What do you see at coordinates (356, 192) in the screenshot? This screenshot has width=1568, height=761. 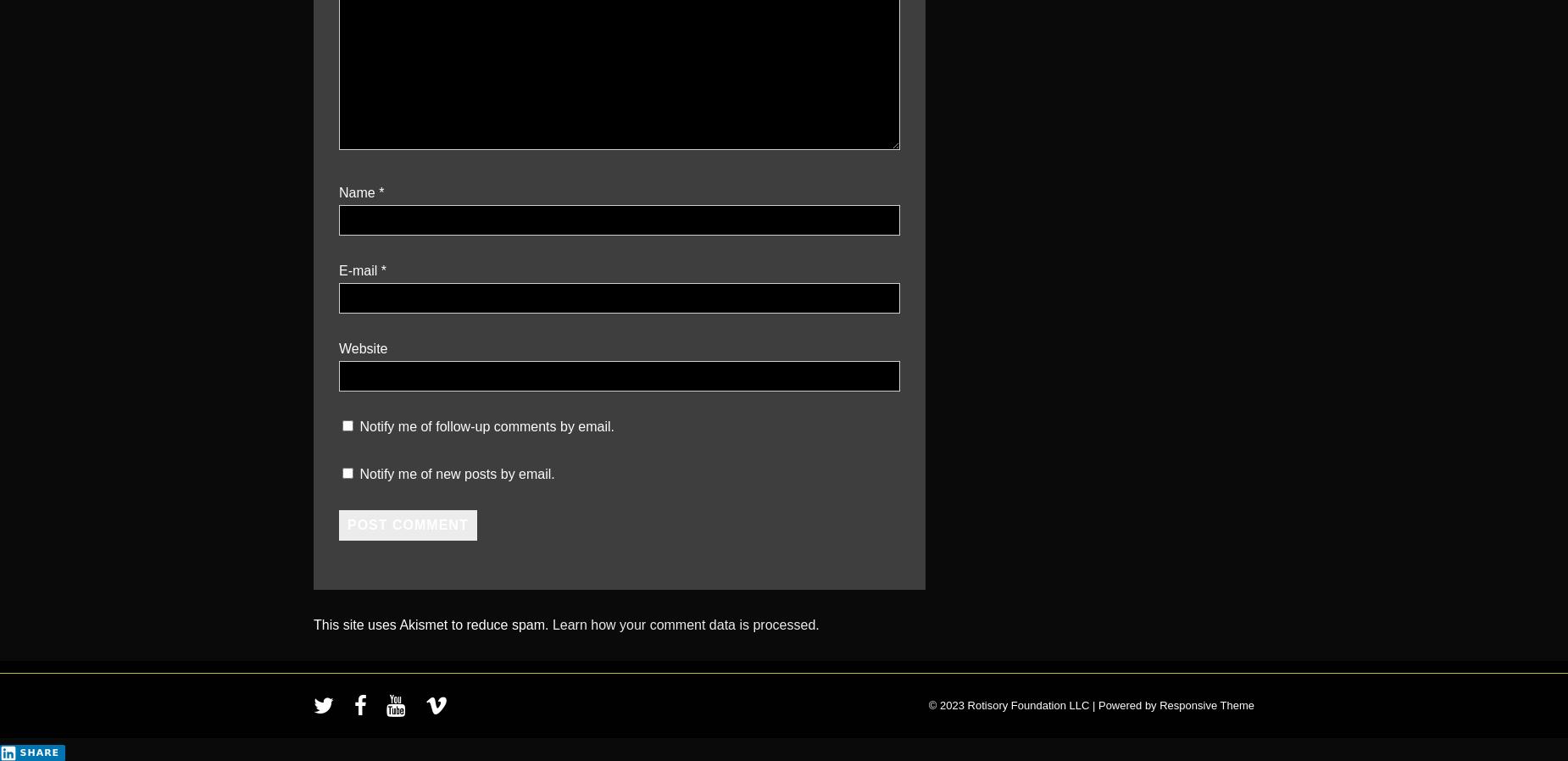 I see `'Name'` at bounding box center [356, 192].